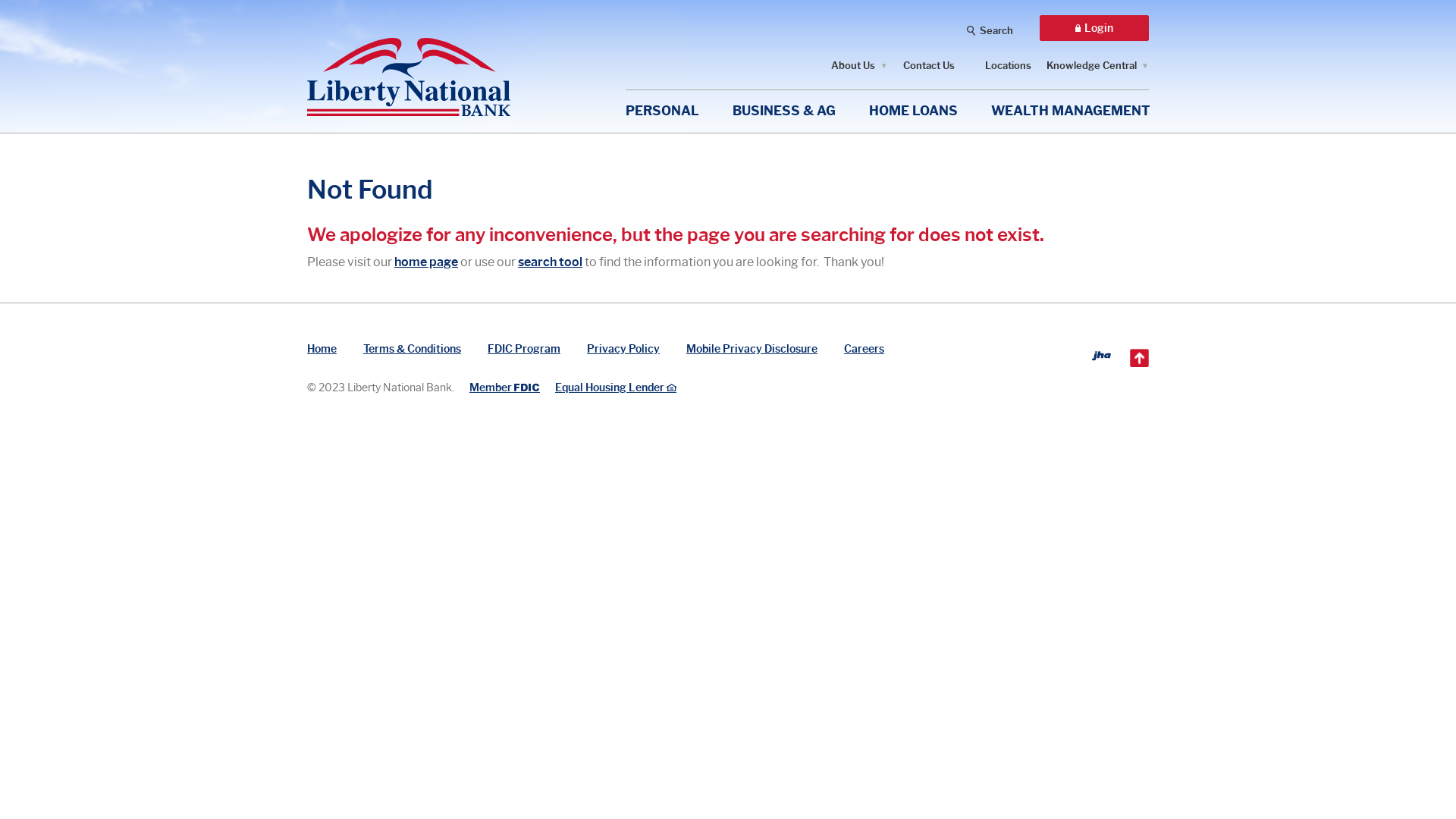 Image resolution: width=1456 pixels, height=819 pixels. What do you see at coordinates (1092, 356) in the screenshot?
I see `'Created by Banno'` at bounding box center [1092, 356].